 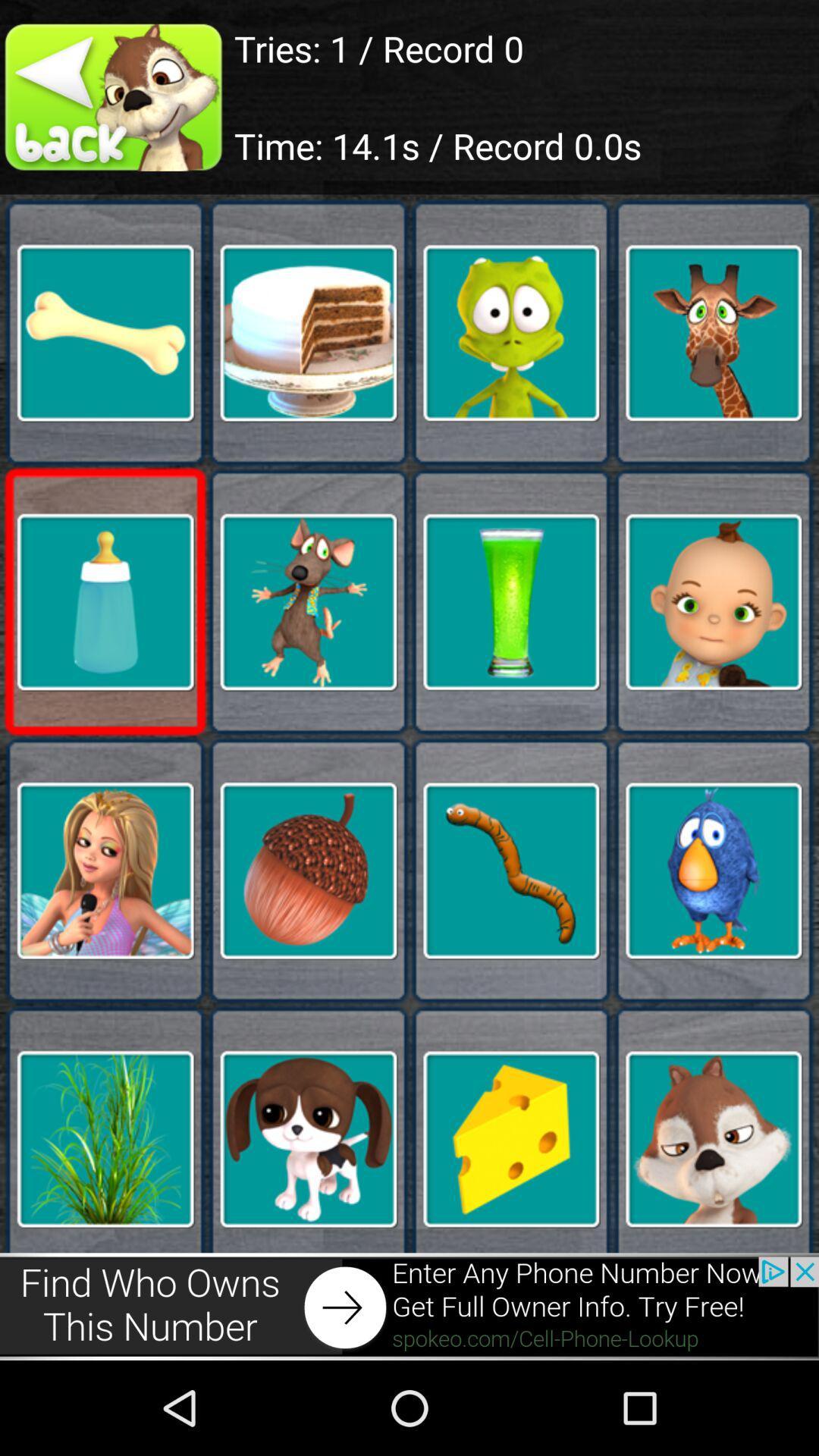 What do you see at coordinates (308, 1139) in the screenshot?
I see `the image which is in last row 2nd column` at bounding box center [308, 1139].